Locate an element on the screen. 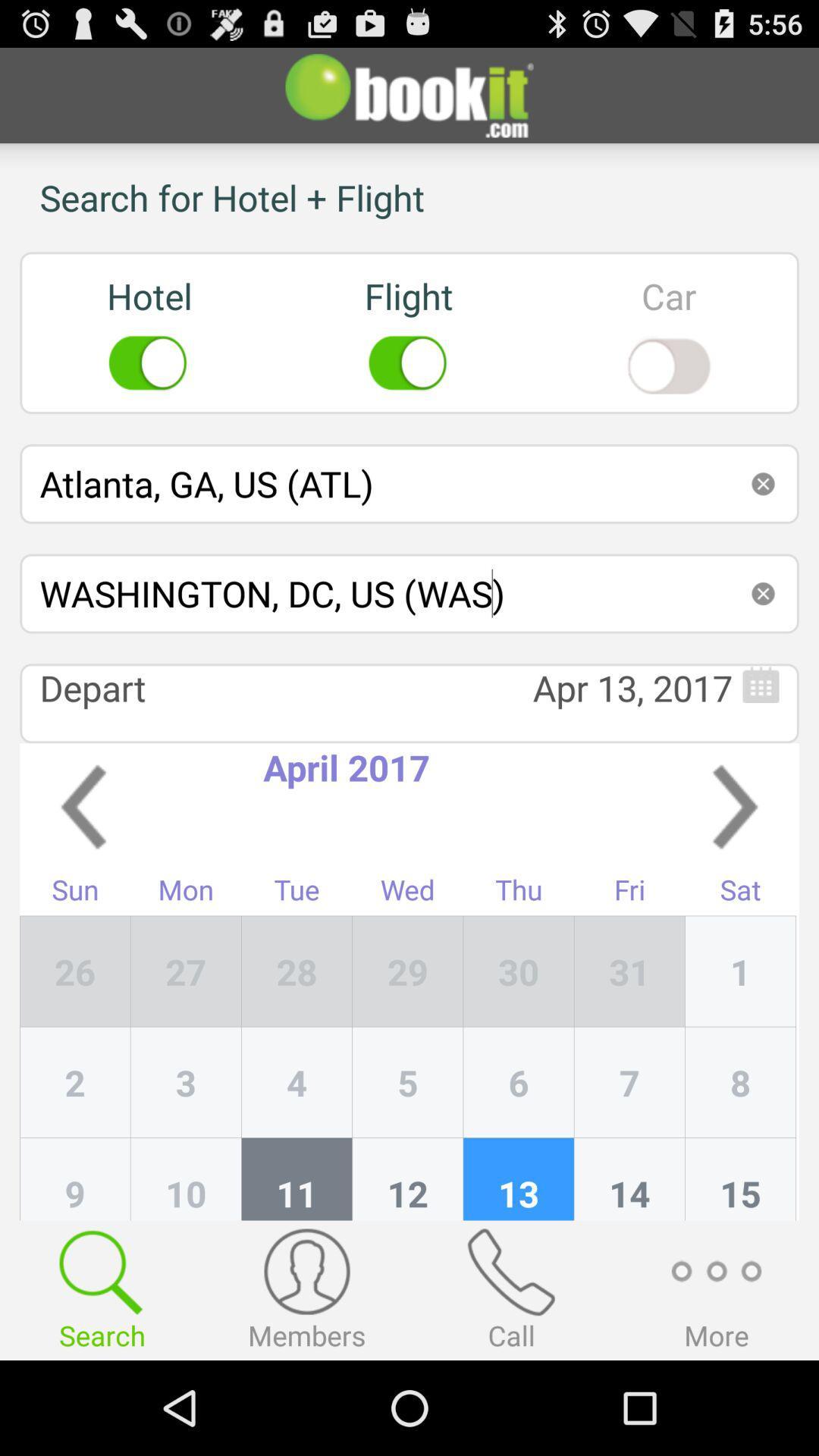  item above the sun is located at coordinates (83, 806).